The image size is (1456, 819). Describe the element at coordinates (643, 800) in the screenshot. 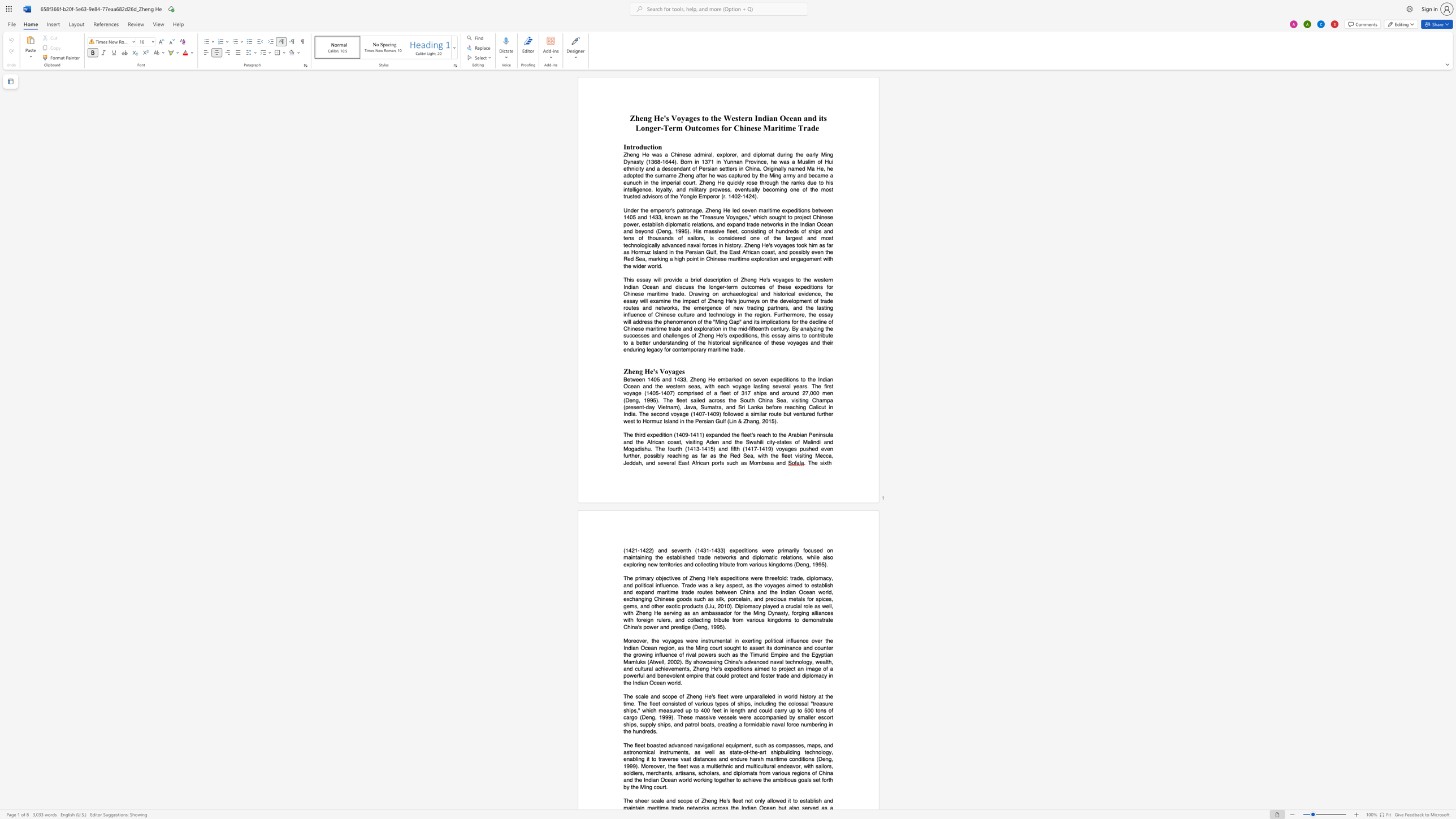

I see `the subset text "er scale a" within the text "The sheer scale and scope of Zheng He"` at that location.